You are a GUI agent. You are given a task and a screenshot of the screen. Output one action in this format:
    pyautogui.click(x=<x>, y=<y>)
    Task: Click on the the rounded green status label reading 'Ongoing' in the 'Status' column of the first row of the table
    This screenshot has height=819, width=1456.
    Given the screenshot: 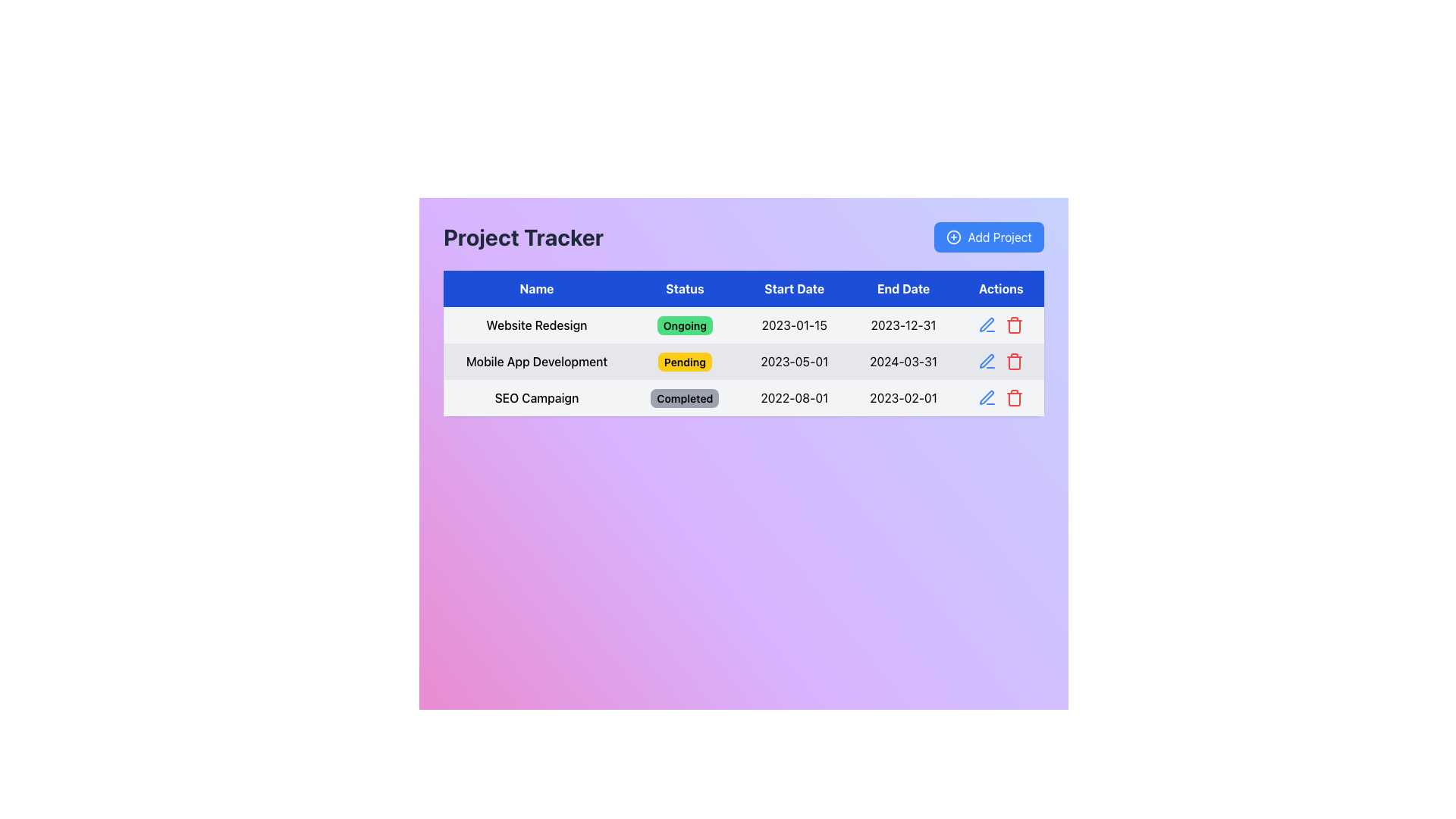 What is the action you would take?
    pyautogui.click(x=684, y=325)
    